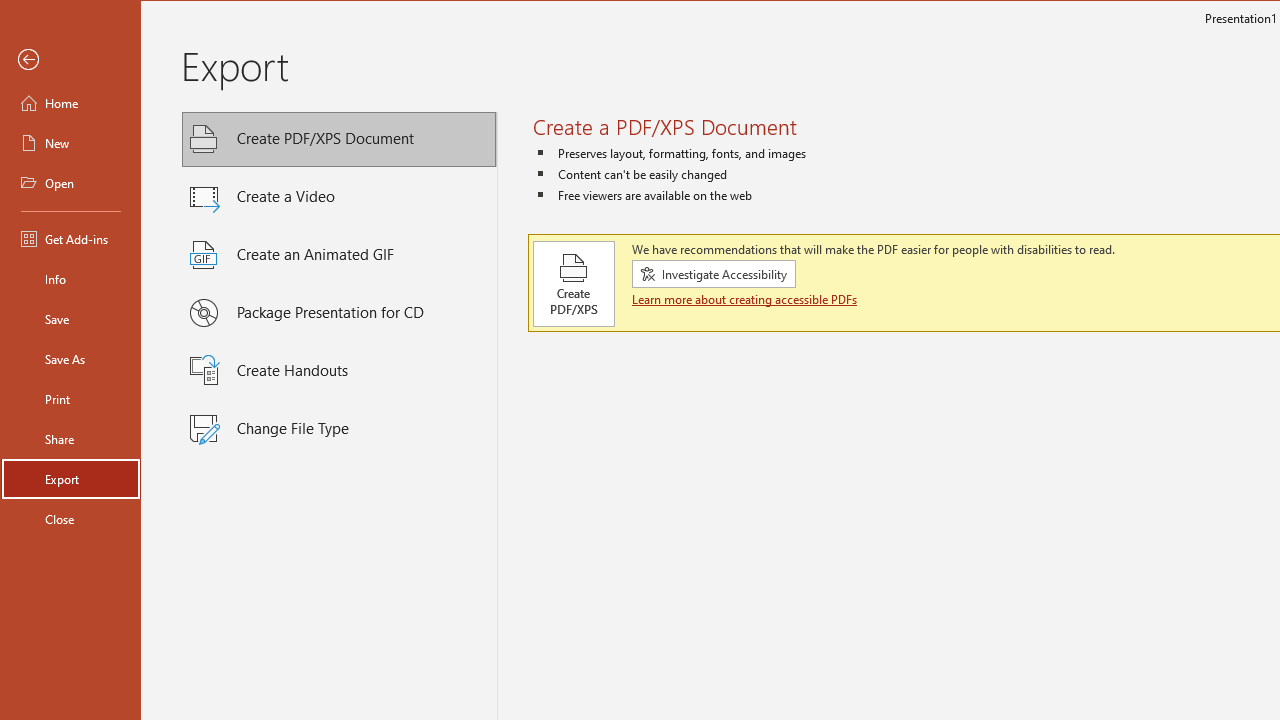  Describe the element at coordinates (71, 141) in the screenshot. I see `'New'` at that location.